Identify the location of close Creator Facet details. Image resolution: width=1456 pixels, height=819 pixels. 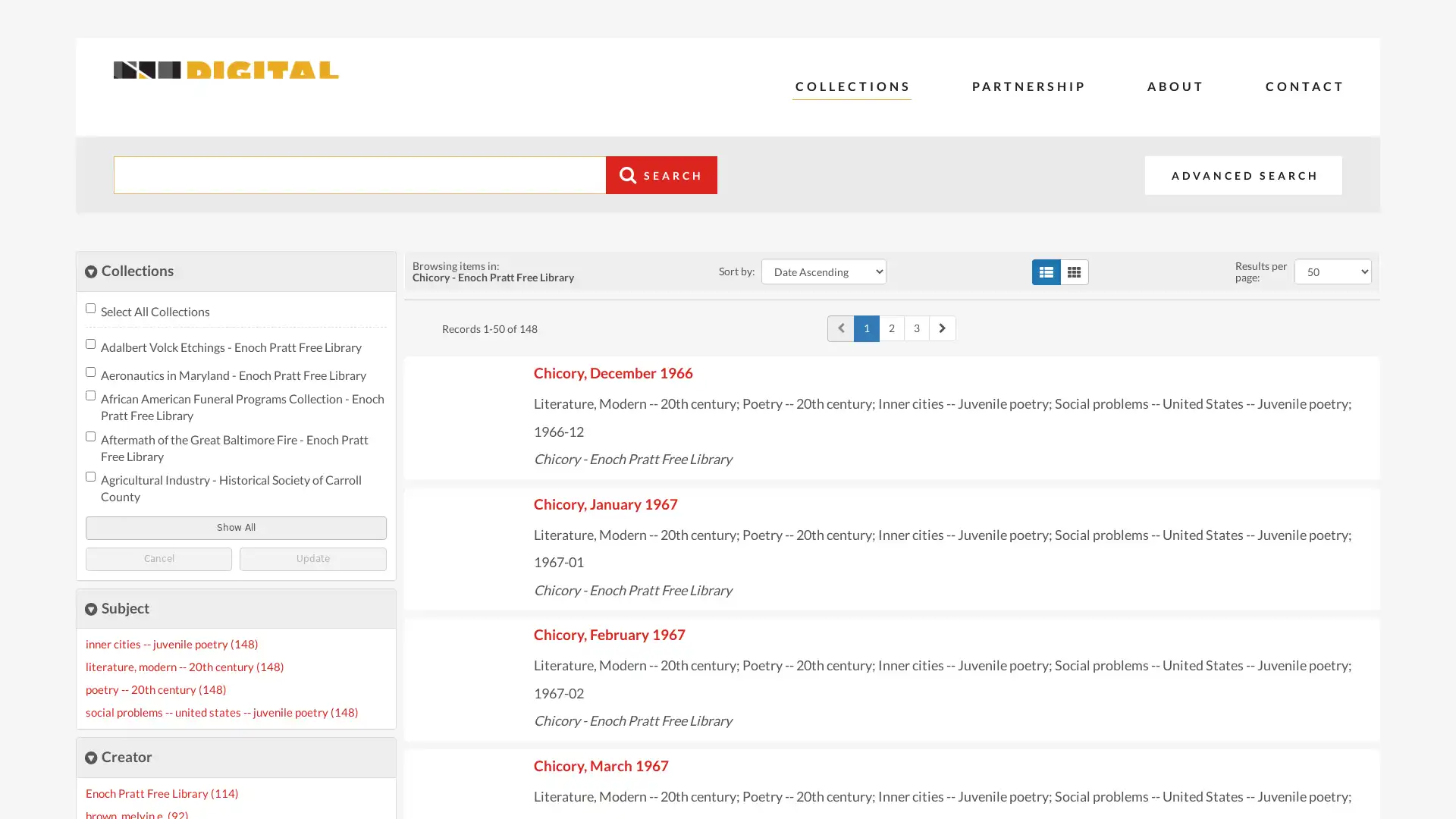
(116, 756).